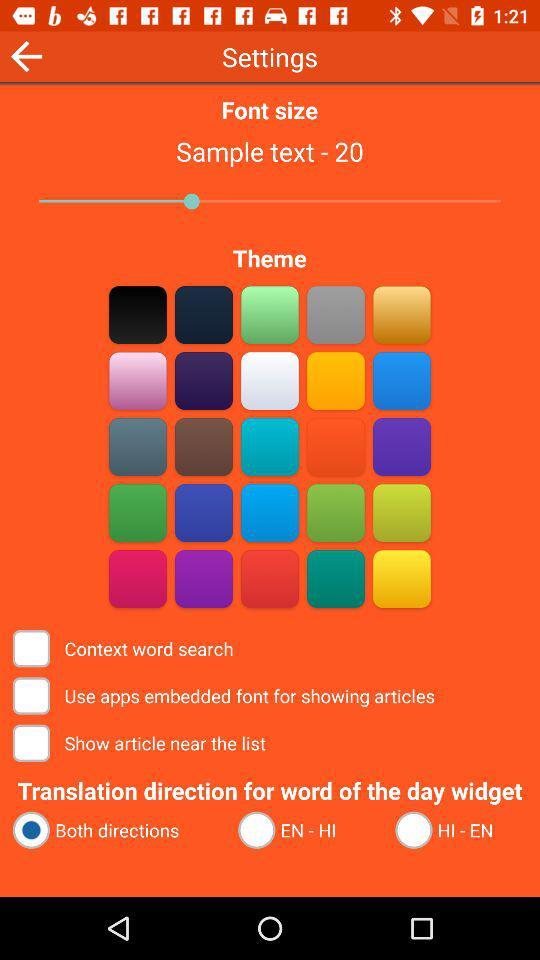 The width and height of the screenshot is (540, 960). I want to click on change app theme color, so click(335, 314).